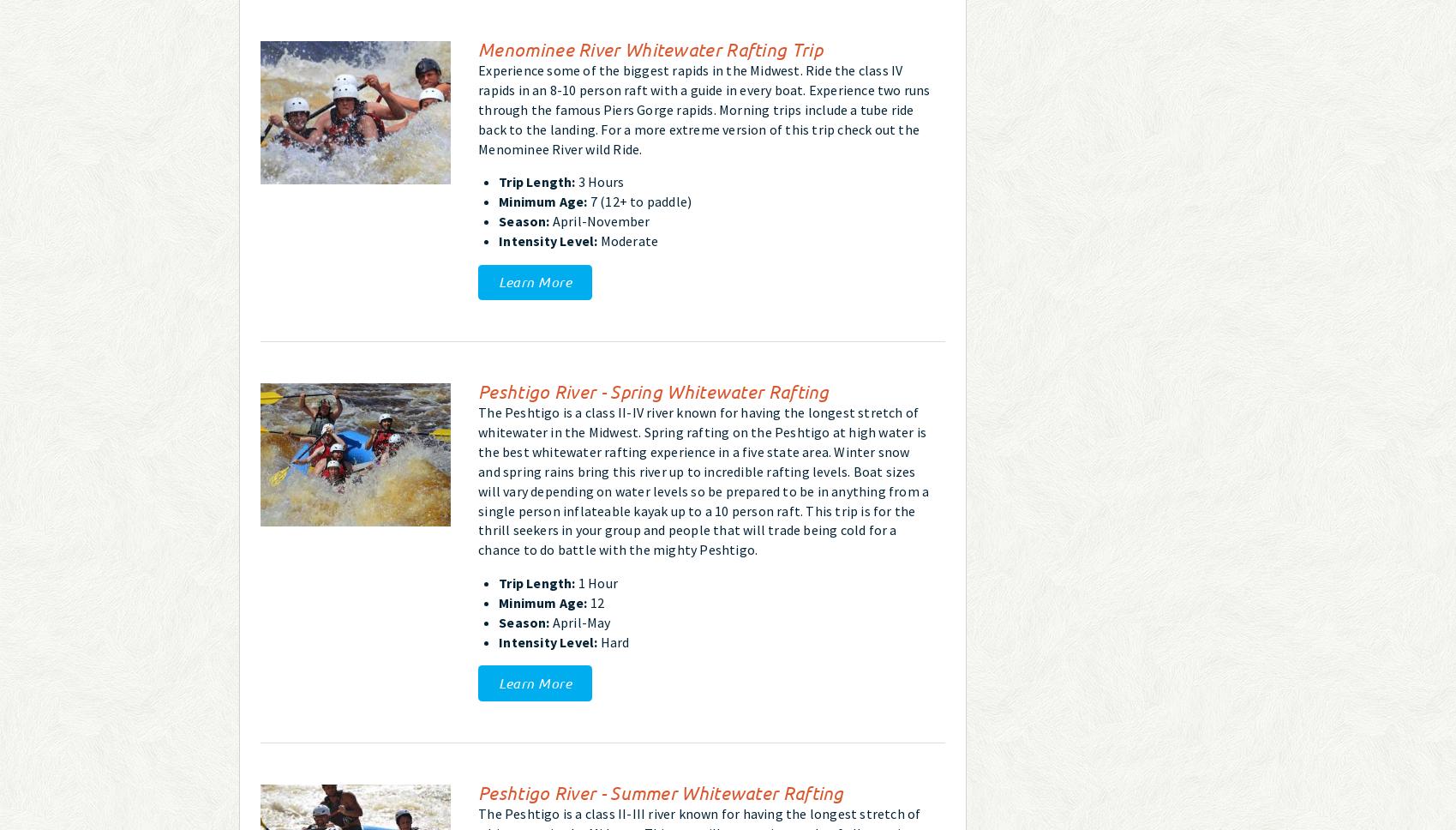 The height and width of the screenshot is (830, 1456). What do you see at coordinates (476, 389) in the screenshot?
I see `'Peshtigo River - Spring Whitewater Rafting'` at bounding box center [476, 389].